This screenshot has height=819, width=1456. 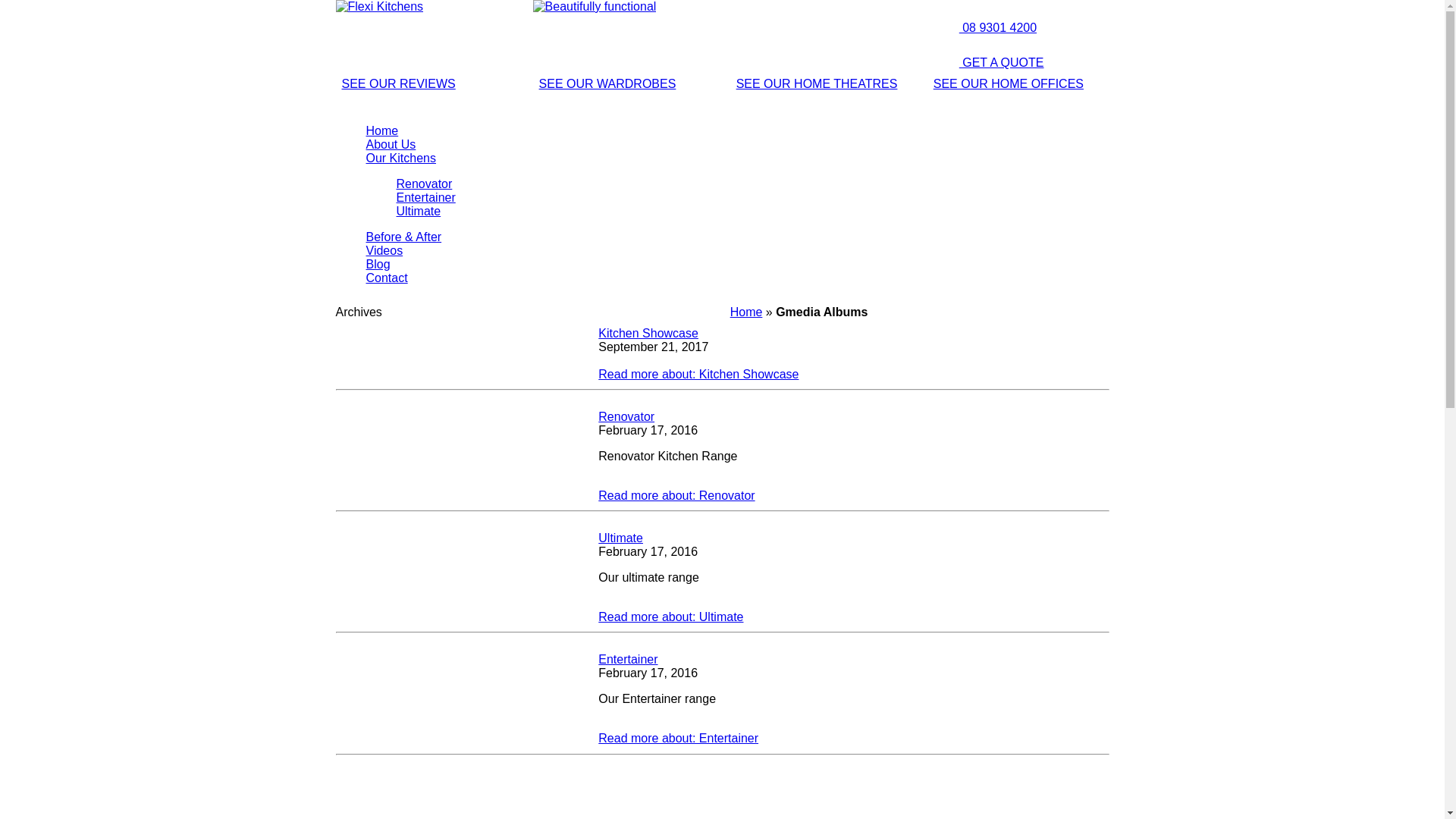 What do you see at coordinates (677, 737) in the screenshot?
I see `'Read more about: Entertainer'` at bounding box center [677, 737].